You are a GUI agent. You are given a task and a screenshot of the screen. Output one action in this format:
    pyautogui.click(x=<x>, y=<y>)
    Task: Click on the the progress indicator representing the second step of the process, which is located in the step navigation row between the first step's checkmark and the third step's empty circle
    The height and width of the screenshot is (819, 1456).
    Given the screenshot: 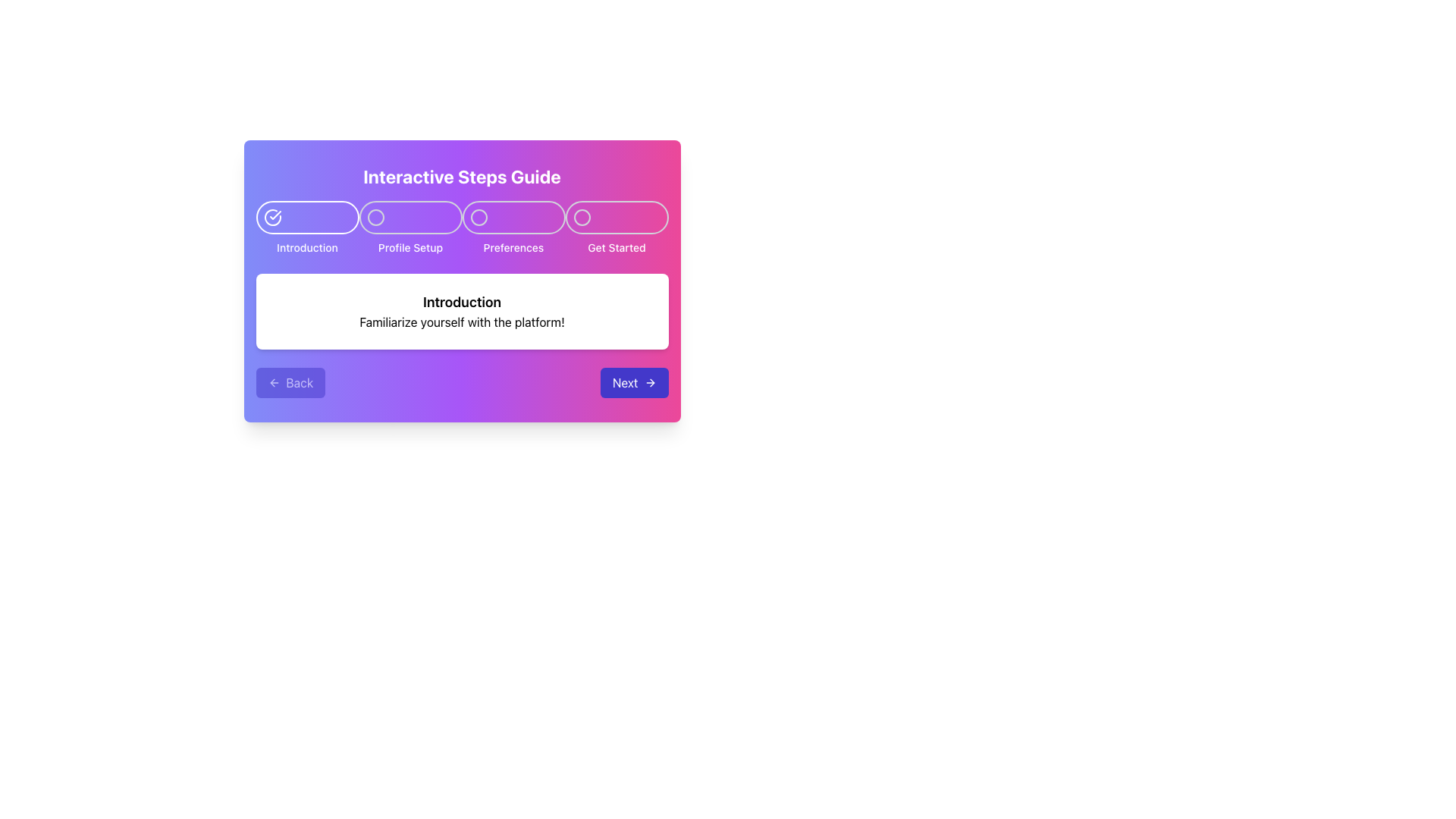 What is the action you would take?
    pyautogui.click(x=375, y=217)
    